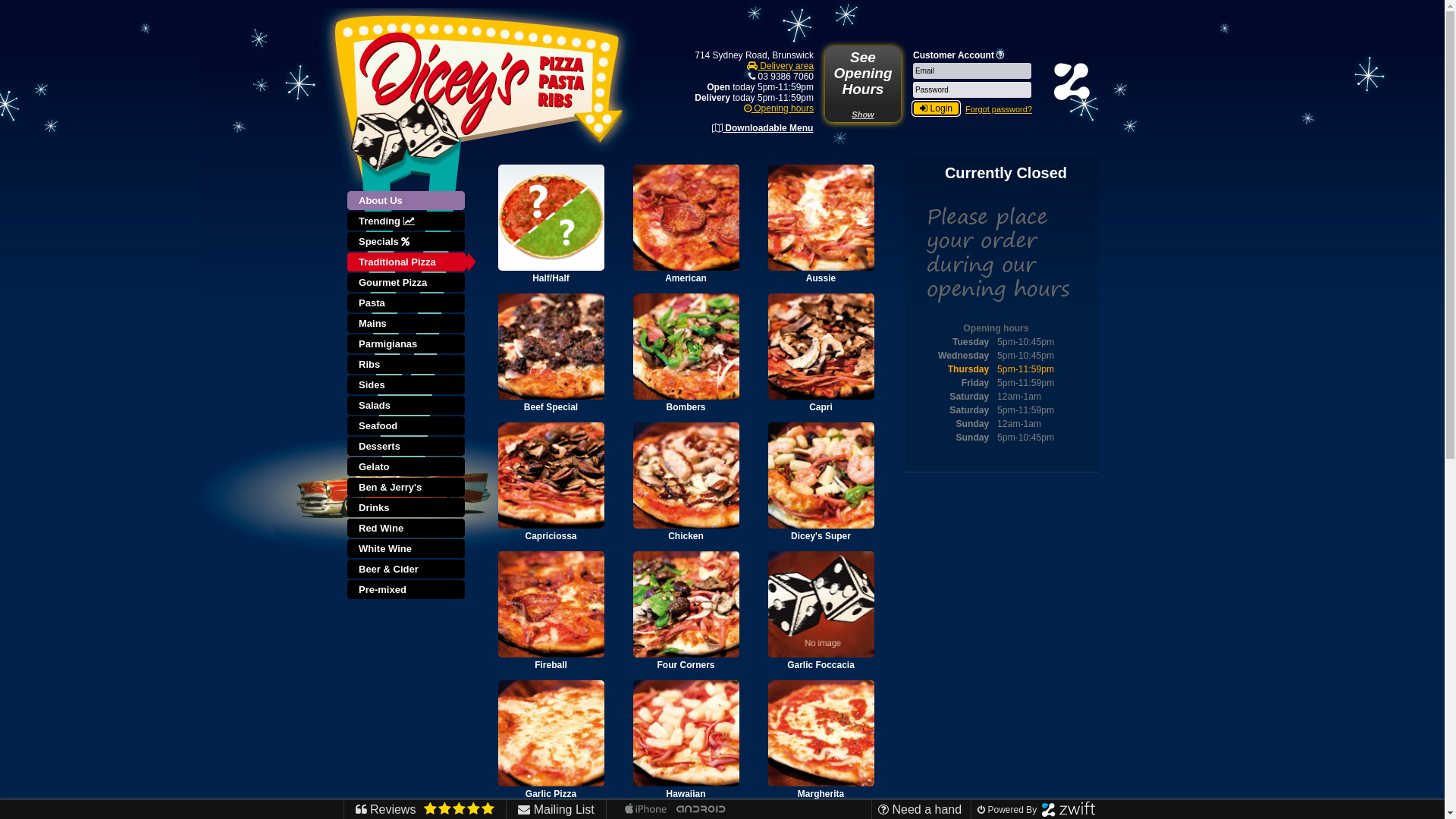 The image size is (1456, 819). I want to click on 'Opening hours', so click(779, 107).